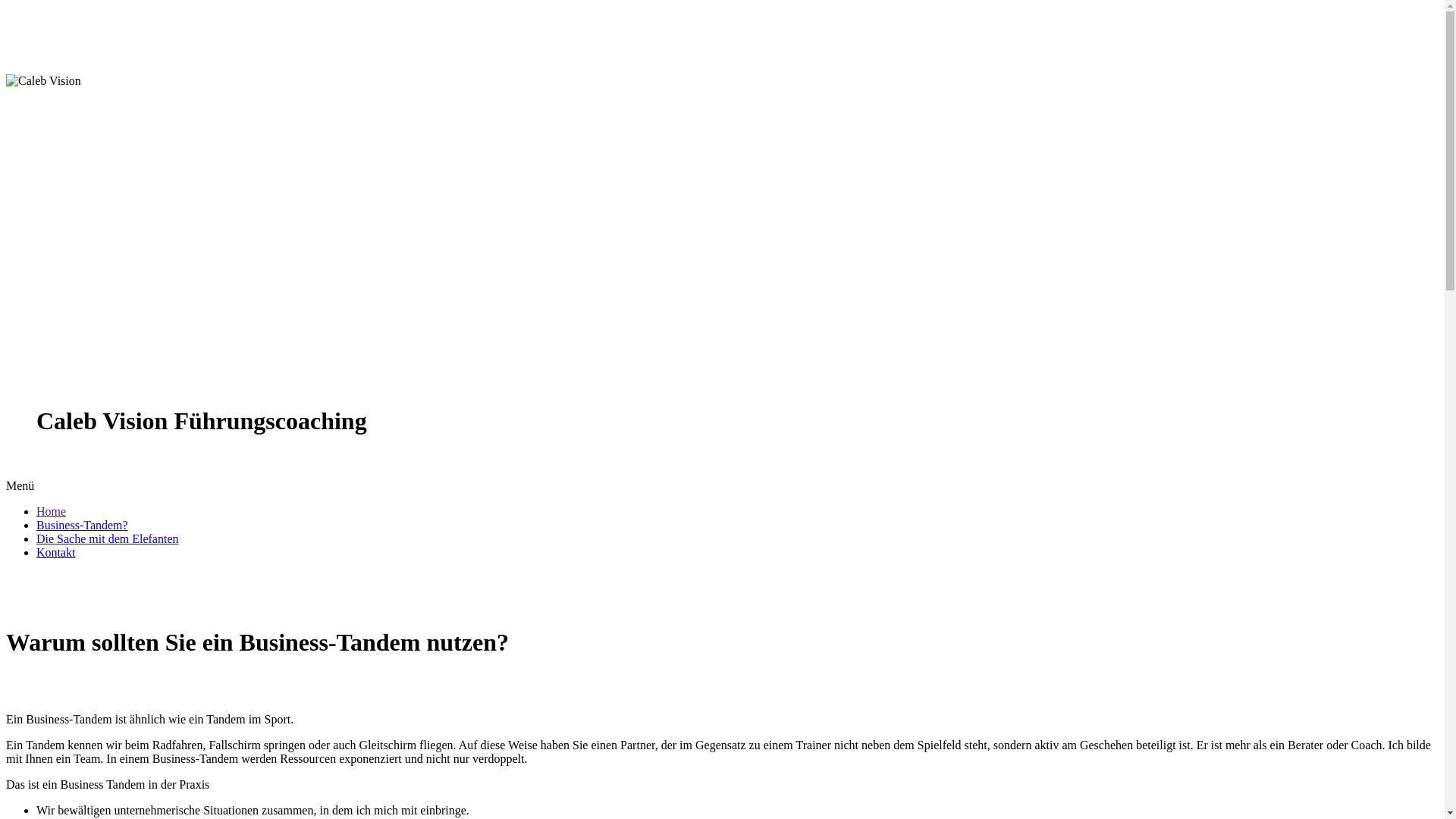 The width and height of the screenshot is (1456, 819). Describe the element at coordinates (106, 538) in the screenshot. I see `'Die Sache mit dem Elefanten'` at that location.